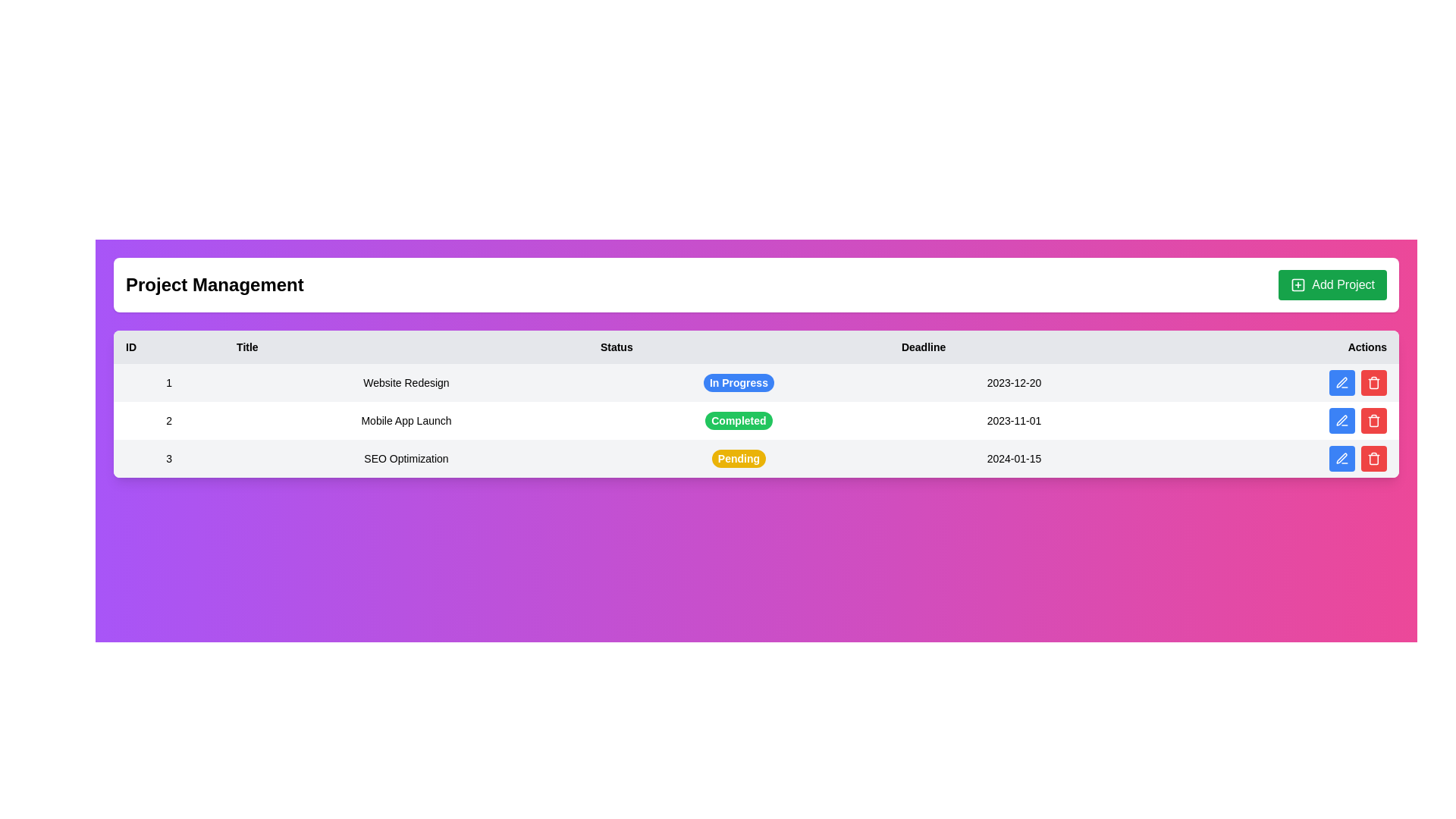 Image resolution: width=1456 pixels, height=819 pixels. Describe the element at coordinates (1014, 382) in the screenshot. I see `text content displayed as '2023-12-20' in the fourth cell of the first row in the 'Deadline' column of the table` at that location.